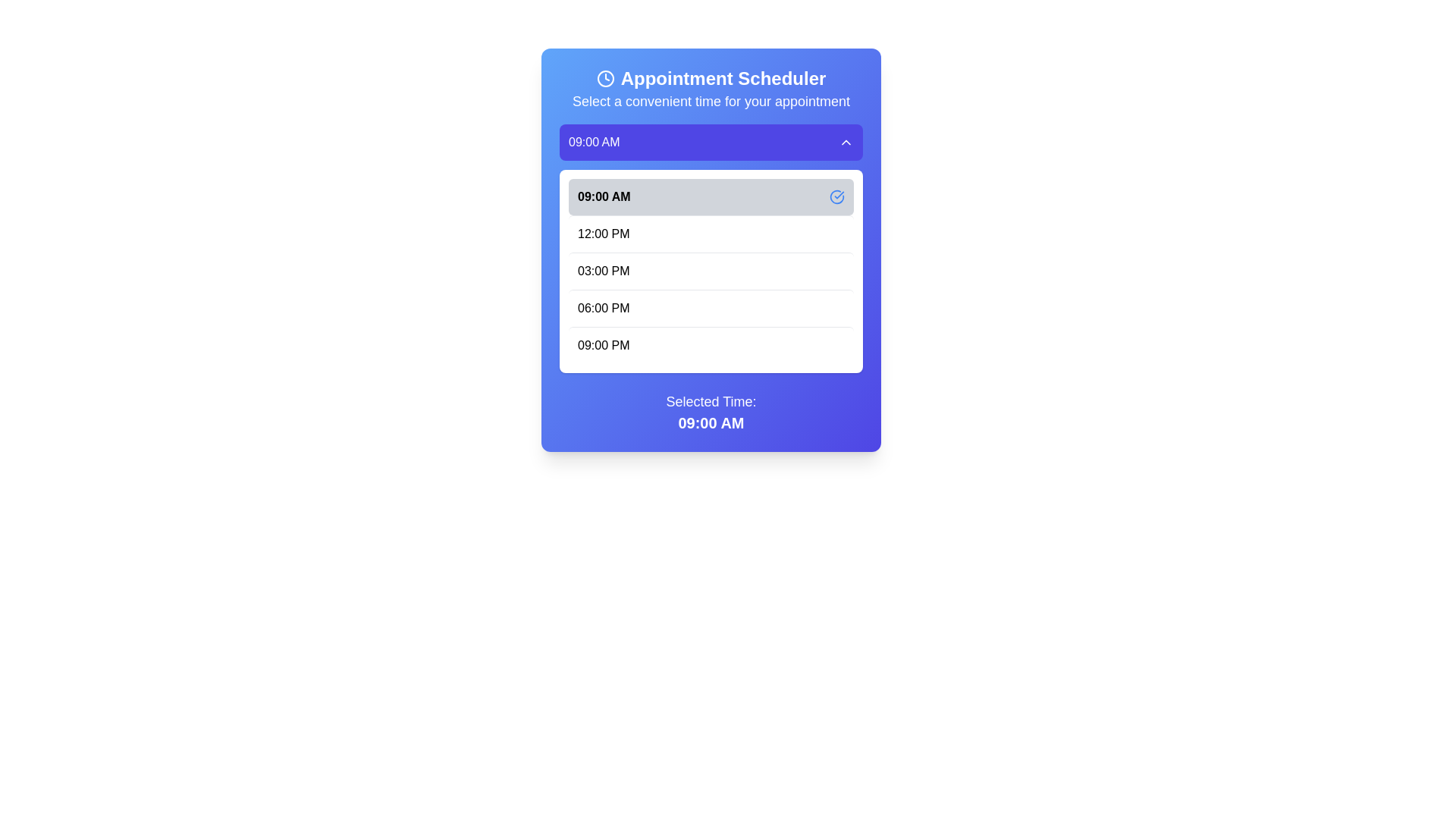 The image size is (1456, 819). What do you see at coordinates (710, 196) in the screenshot?
I see `the first selectable time option in the appointment scheduler interface` at bounding box center [710, 196].